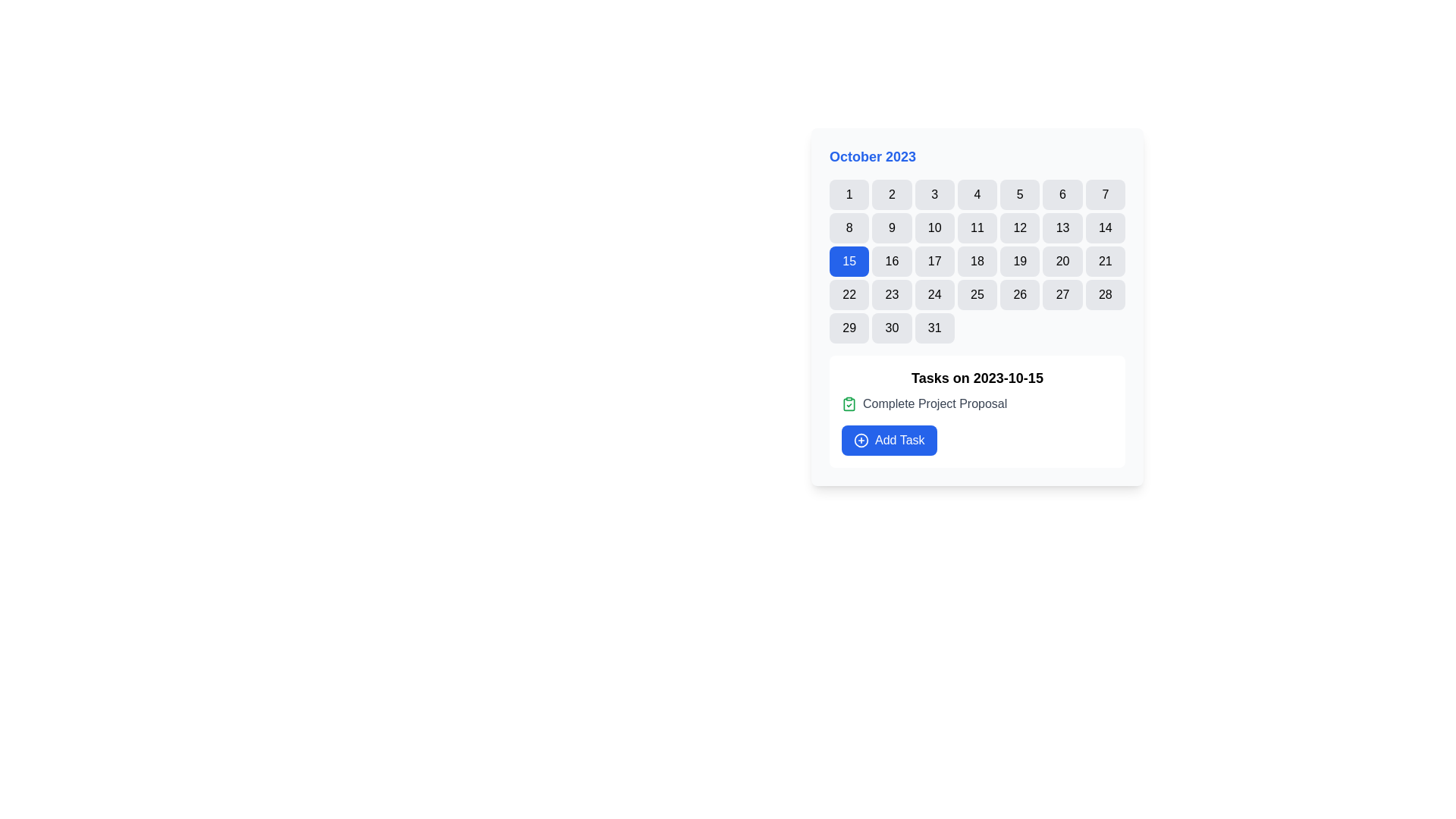 The image size is (1456, 819). Describe the element at coordinates (977, 403) in the screenshot. I see `the label indicating the completed task 'Complete Project Proposal'` at that location.